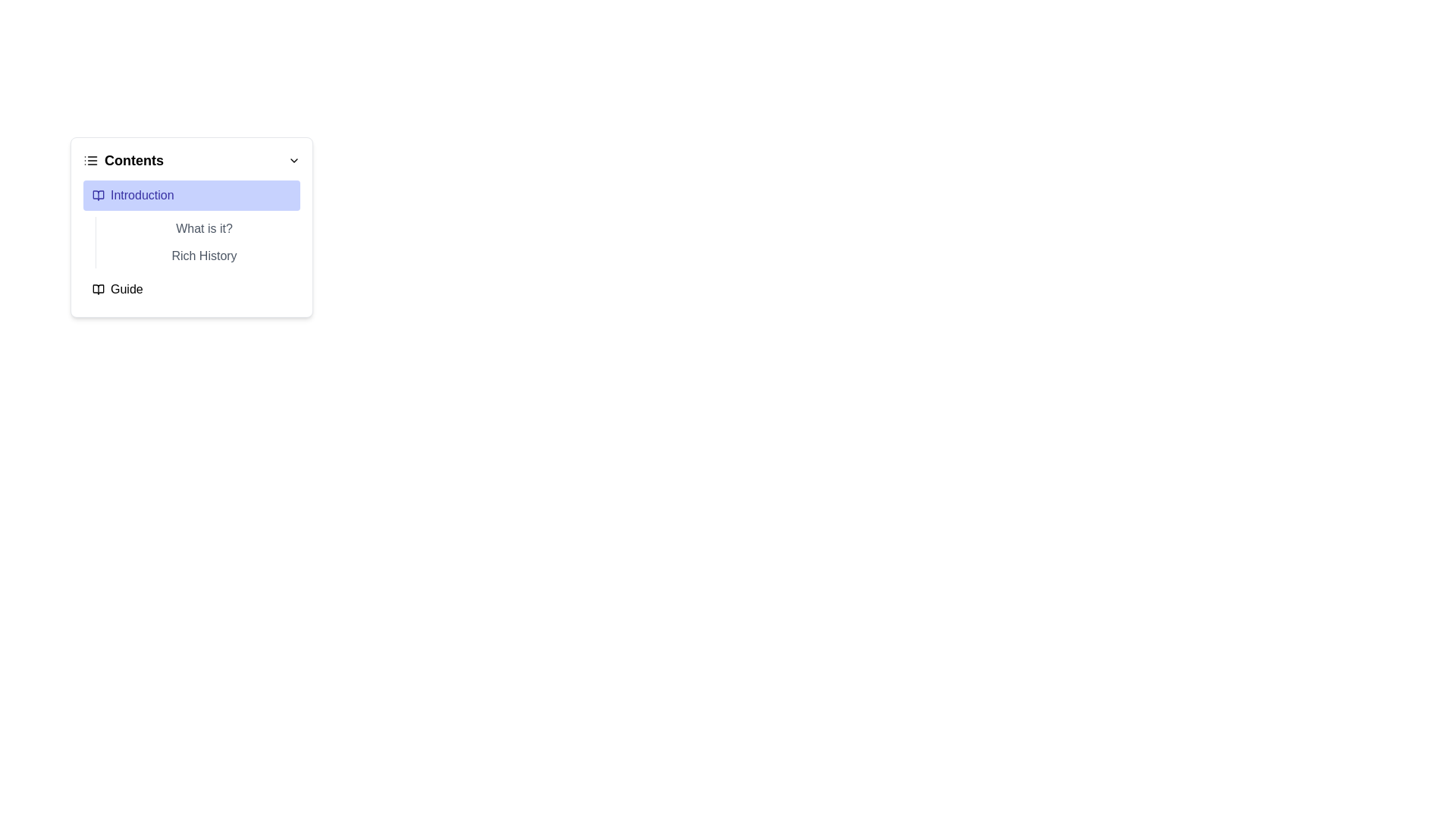 This screenshot has width=1456, height=819. I want to click on the open book icon located to the immediate left of the text 'Guide' in the contents menu, so click(97, 289).